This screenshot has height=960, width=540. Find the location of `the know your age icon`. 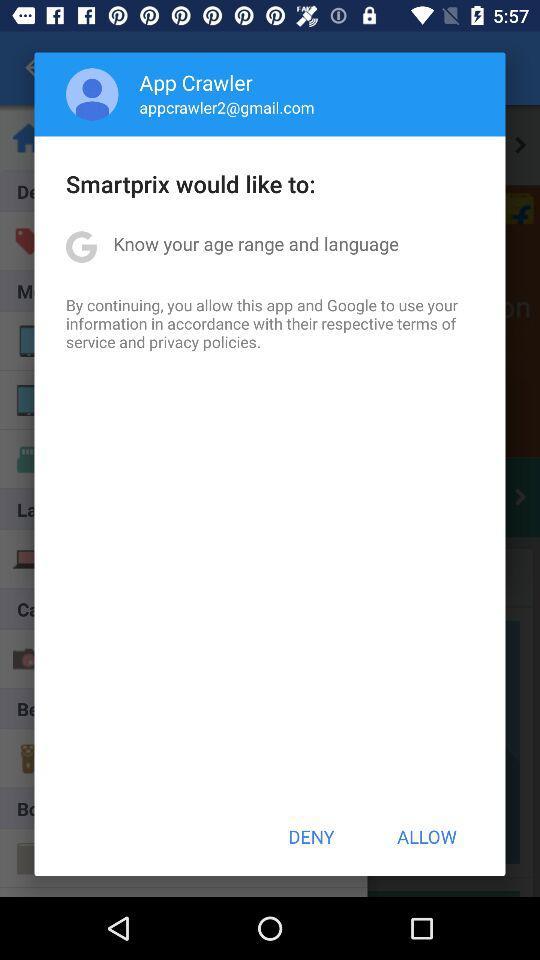

the know your age icon is located at coordinates (256, 242).